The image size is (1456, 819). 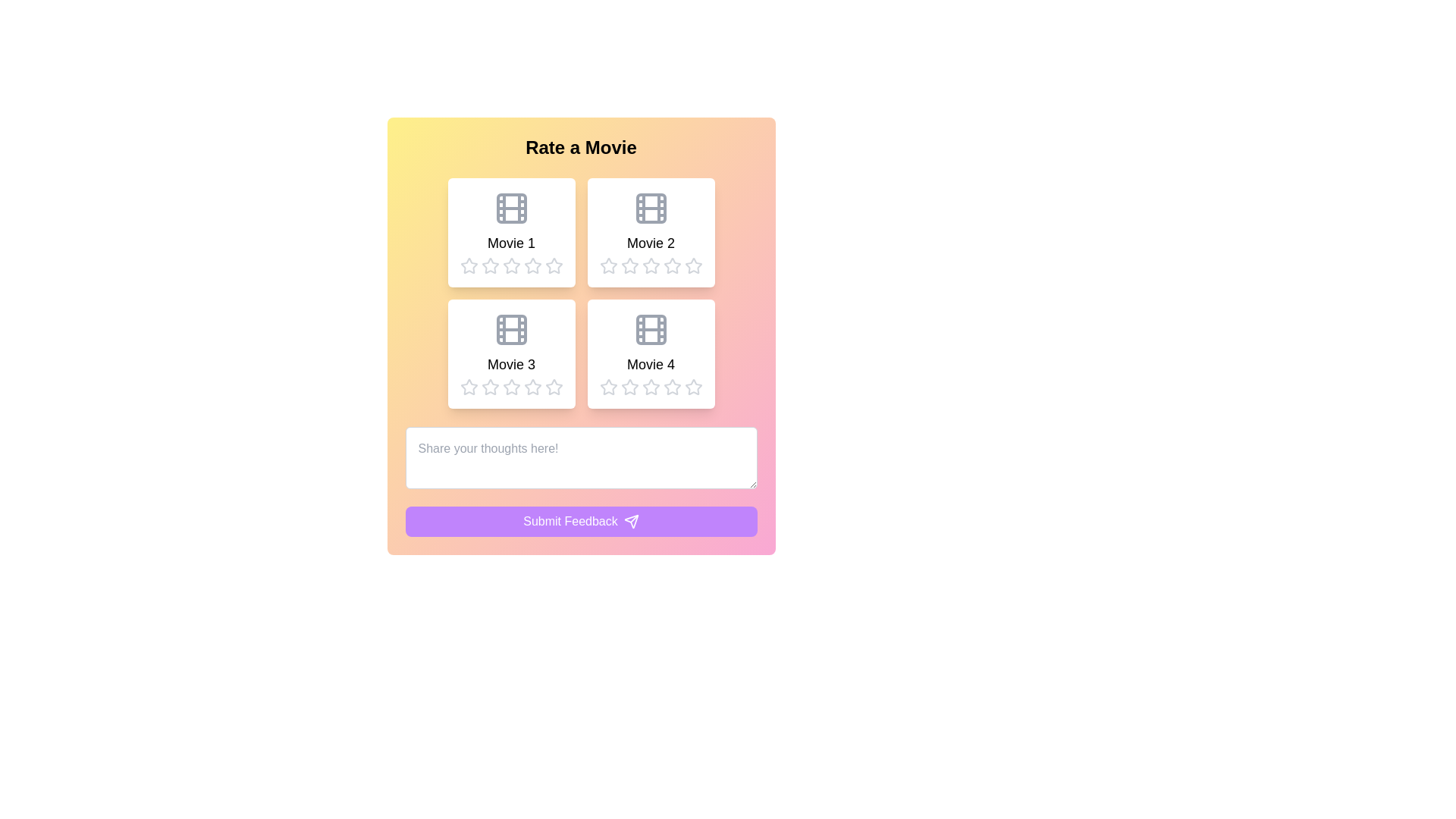 I want to click on the second star icon in the rating system for 'Movie 2', so click(x=629, y=265).